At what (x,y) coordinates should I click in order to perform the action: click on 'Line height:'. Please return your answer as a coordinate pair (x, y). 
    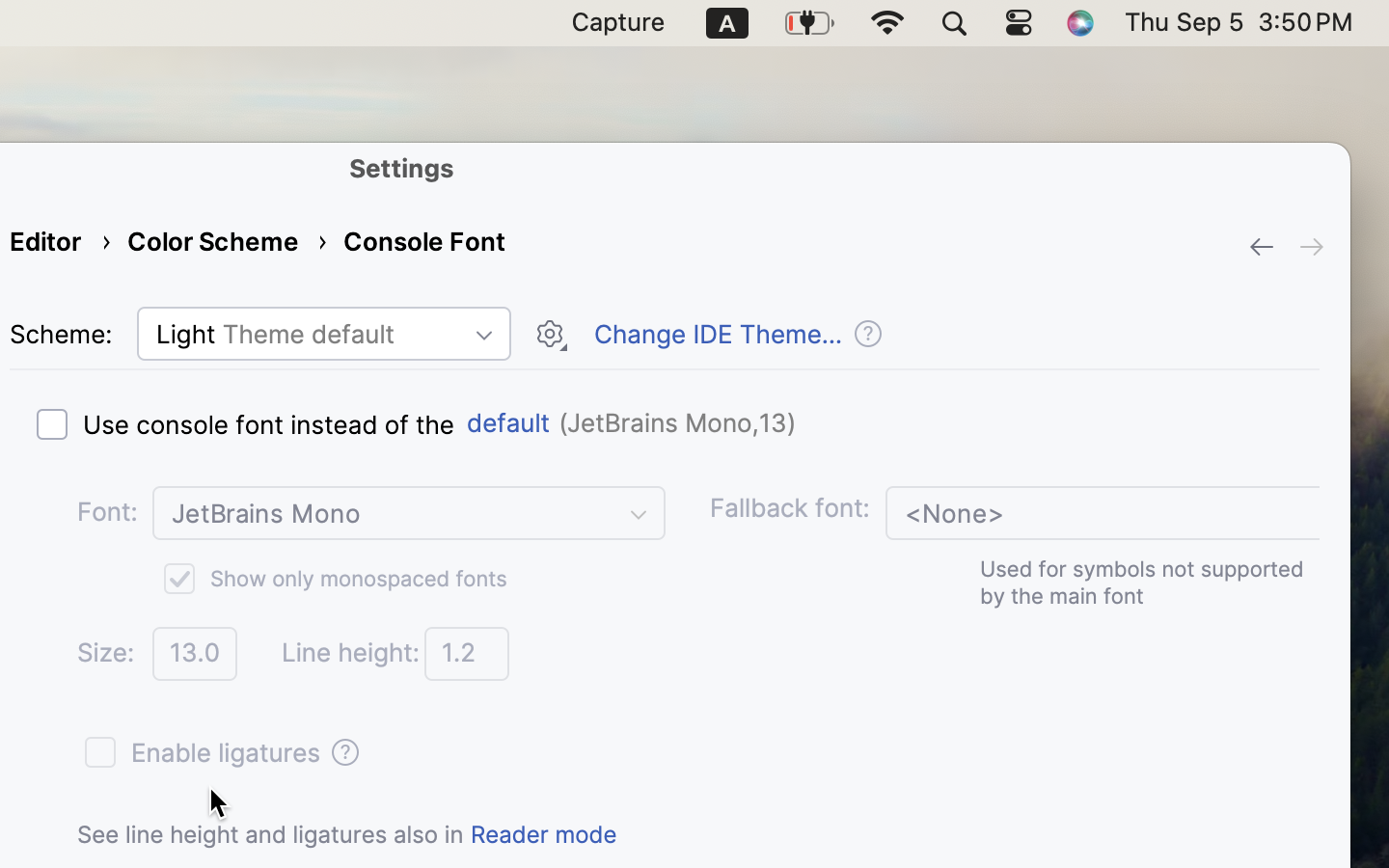
    Looking at the image, I should click on (349, 651).